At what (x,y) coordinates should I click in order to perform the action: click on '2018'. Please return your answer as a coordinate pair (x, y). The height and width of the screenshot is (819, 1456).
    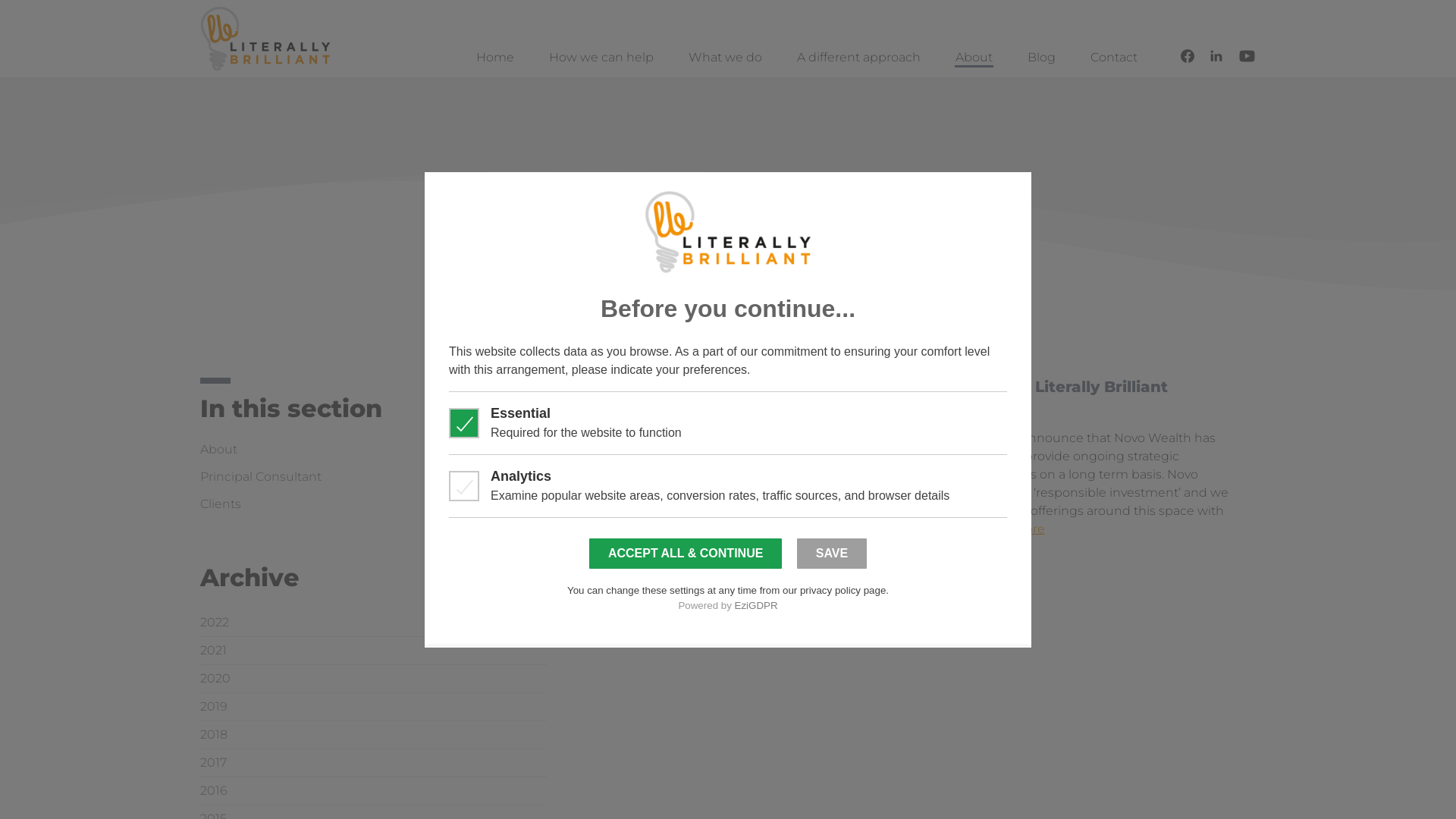
    Looking at the image, I should click on (213, 733).